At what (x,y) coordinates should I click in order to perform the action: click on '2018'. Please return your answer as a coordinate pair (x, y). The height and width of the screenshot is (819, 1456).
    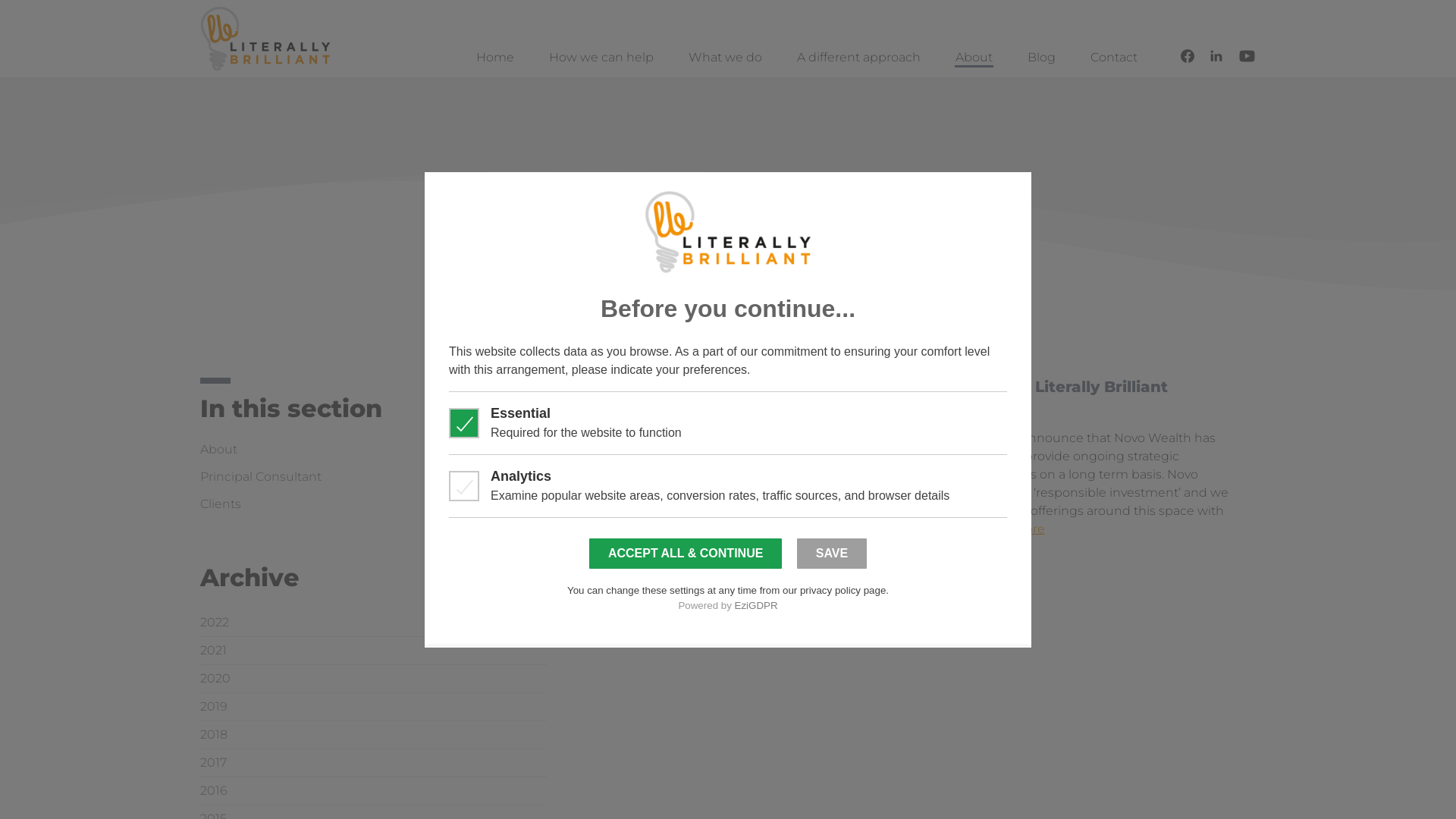
    Looking at the image, I should click on (213, 733).